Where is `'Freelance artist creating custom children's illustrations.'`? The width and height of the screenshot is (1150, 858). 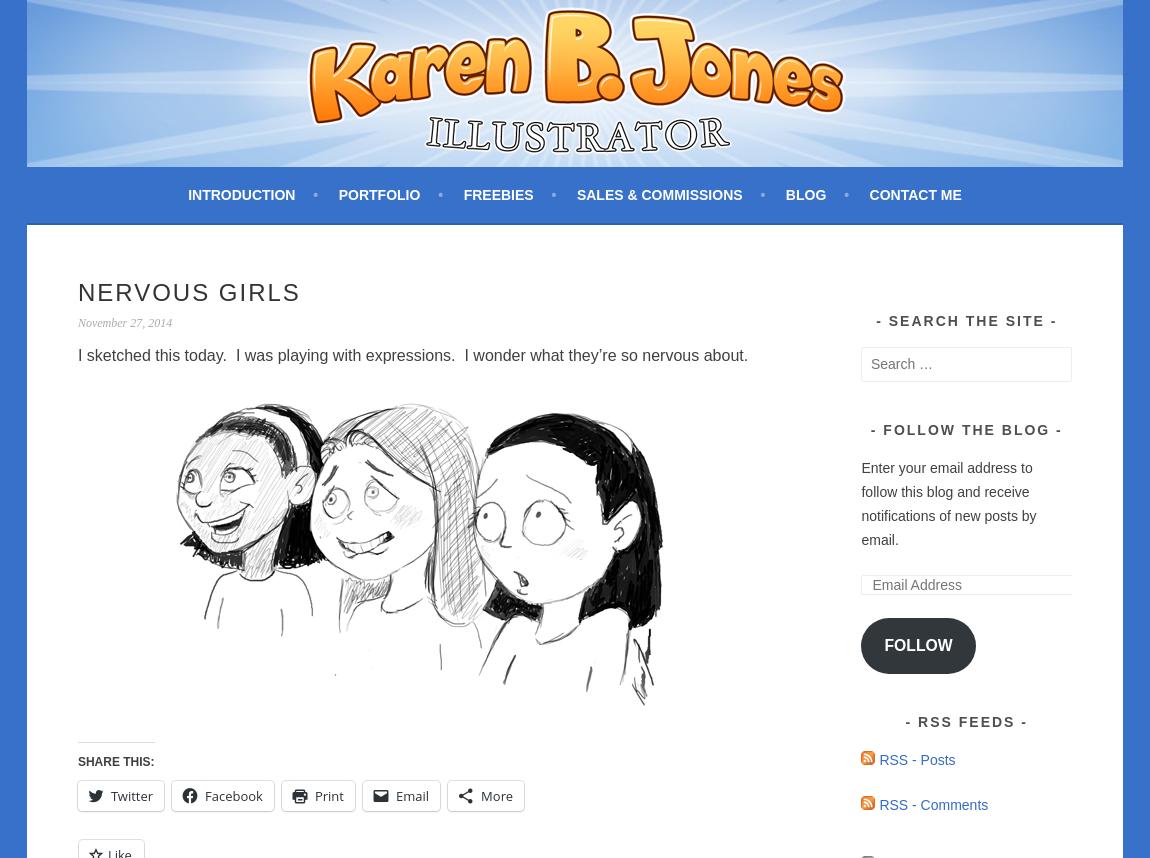
'Freelance artist creating custom children's illustrations.' is located at coordinates (357, 178).